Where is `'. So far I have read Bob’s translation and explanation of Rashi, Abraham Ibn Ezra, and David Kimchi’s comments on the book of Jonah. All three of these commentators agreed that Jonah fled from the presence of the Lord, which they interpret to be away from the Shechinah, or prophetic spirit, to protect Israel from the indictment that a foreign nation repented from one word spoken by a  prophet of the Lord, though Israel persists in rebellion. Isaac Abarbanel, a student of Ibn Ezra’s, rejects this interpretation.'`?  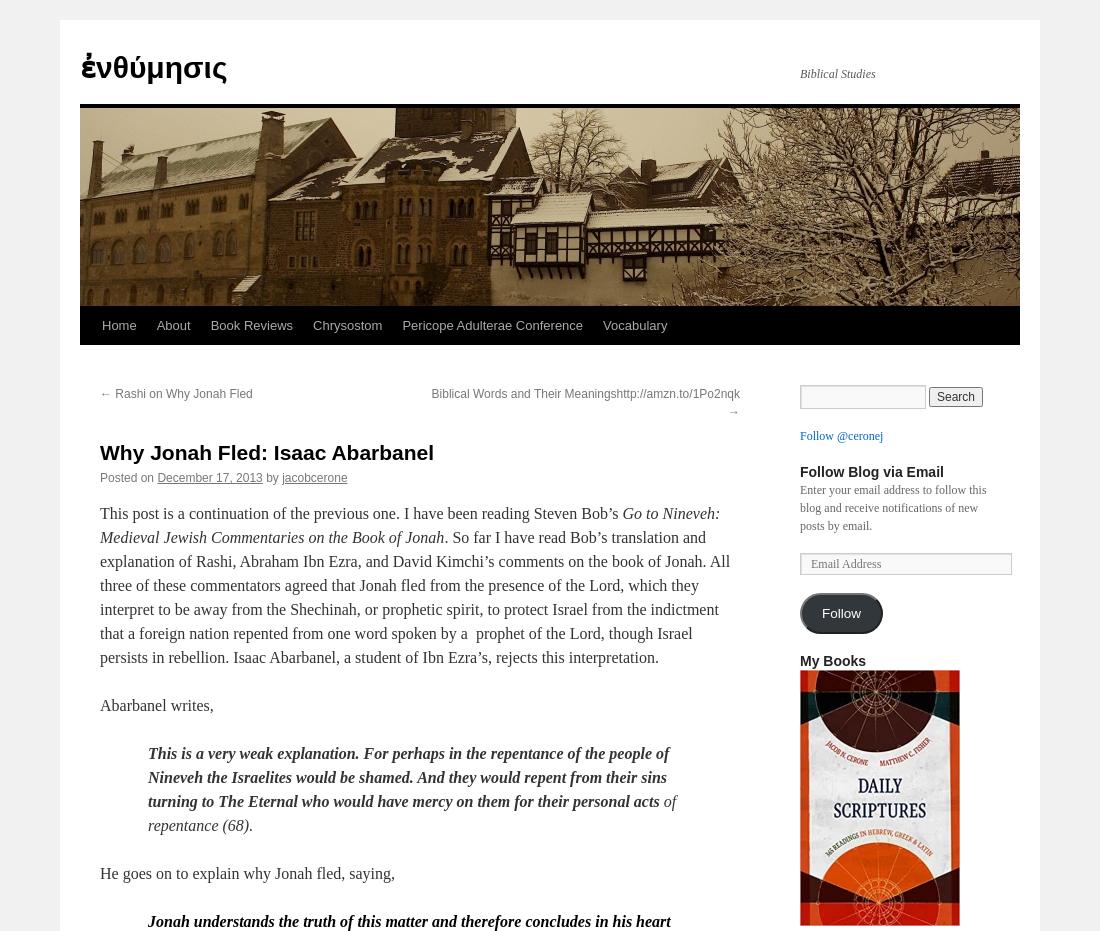 '. So far I have read Bob’s translation and explanation of Rashi, Abraham Ibn Ezra, and David Kimchi’s comments on the book of Jonah. All three of these commentators agreed that Jonah fled from the presence of the Lord, which they interpret to be away from the Shechinah, or prophetic spirit, to protect Israel from the indictment that a foreign nation repented from one word spoken by a  prophet of the Lord, though Israel persists in rebellion. Isaac Abarbanel, a student of Ibn Ezra’s, rejects this interpretation.' is located at coordinates (414, 596).